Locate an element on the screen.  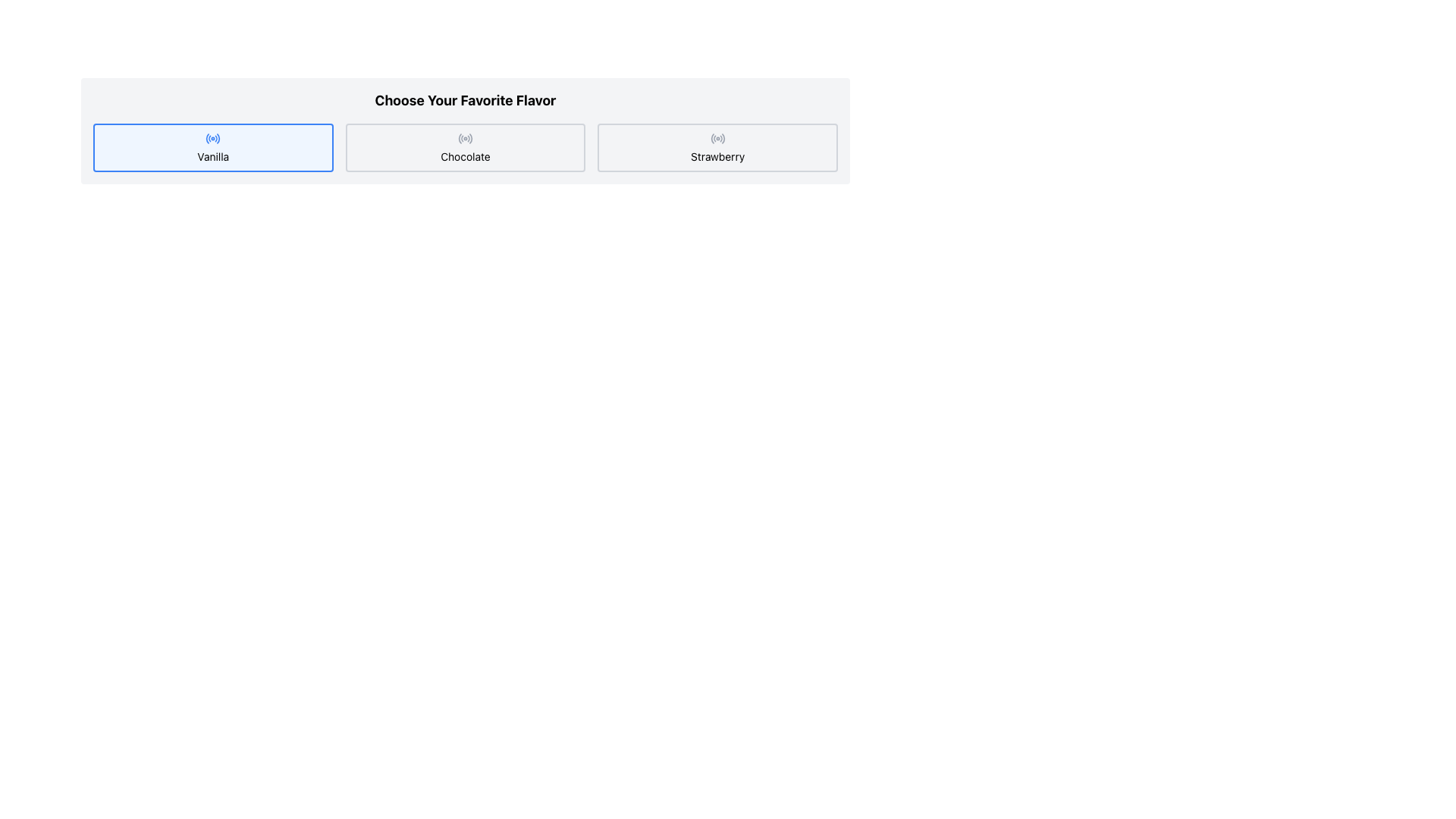
the text label for the 'Strawberry' option located directly below the radio button icon, positioned to the far right among the three flavor options is located at coordinates (717, 157).